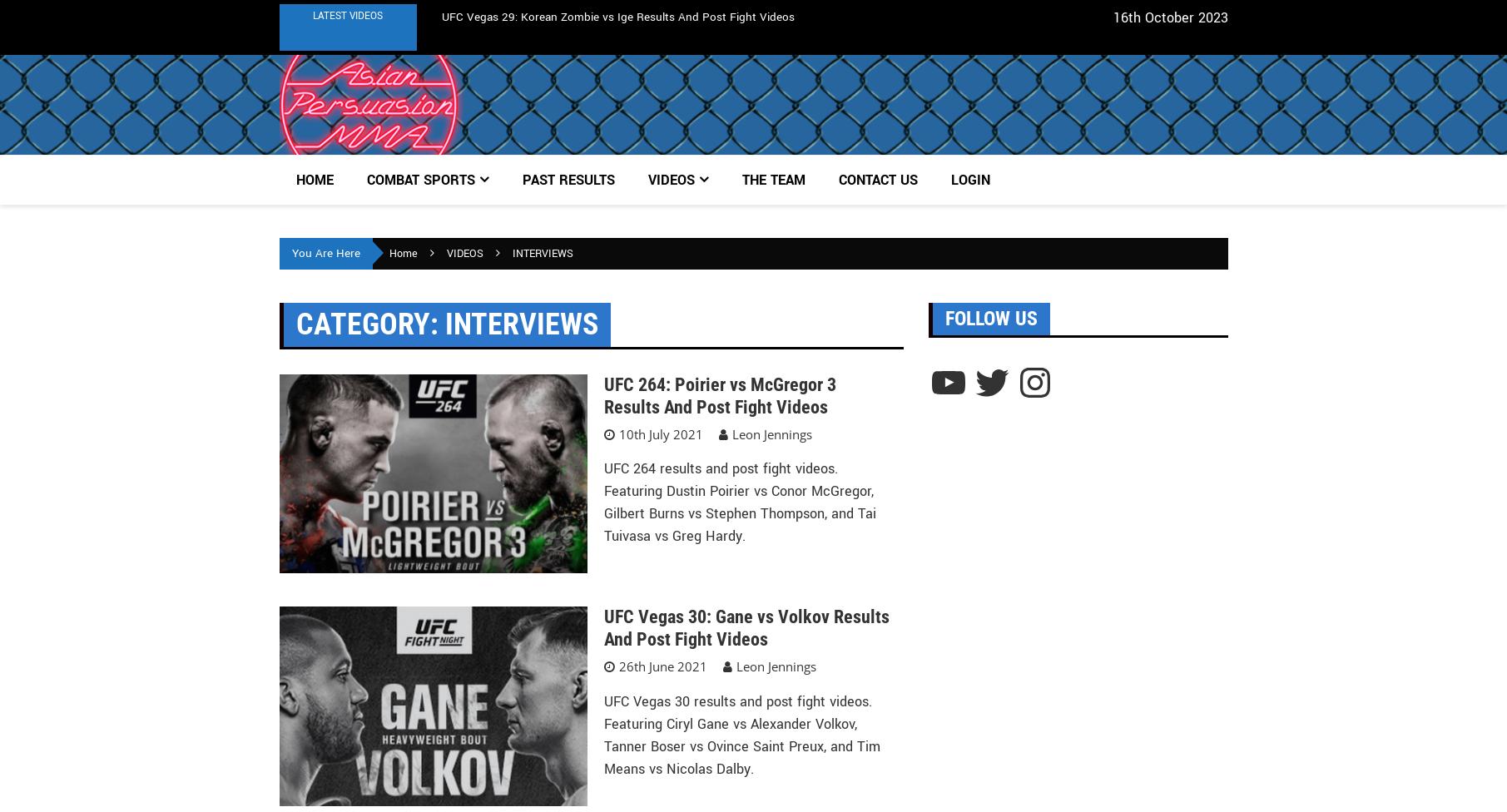 The height and width of the screenshot is (812, 1507). I want to click on 'VIDEOS', so click(445, 253).